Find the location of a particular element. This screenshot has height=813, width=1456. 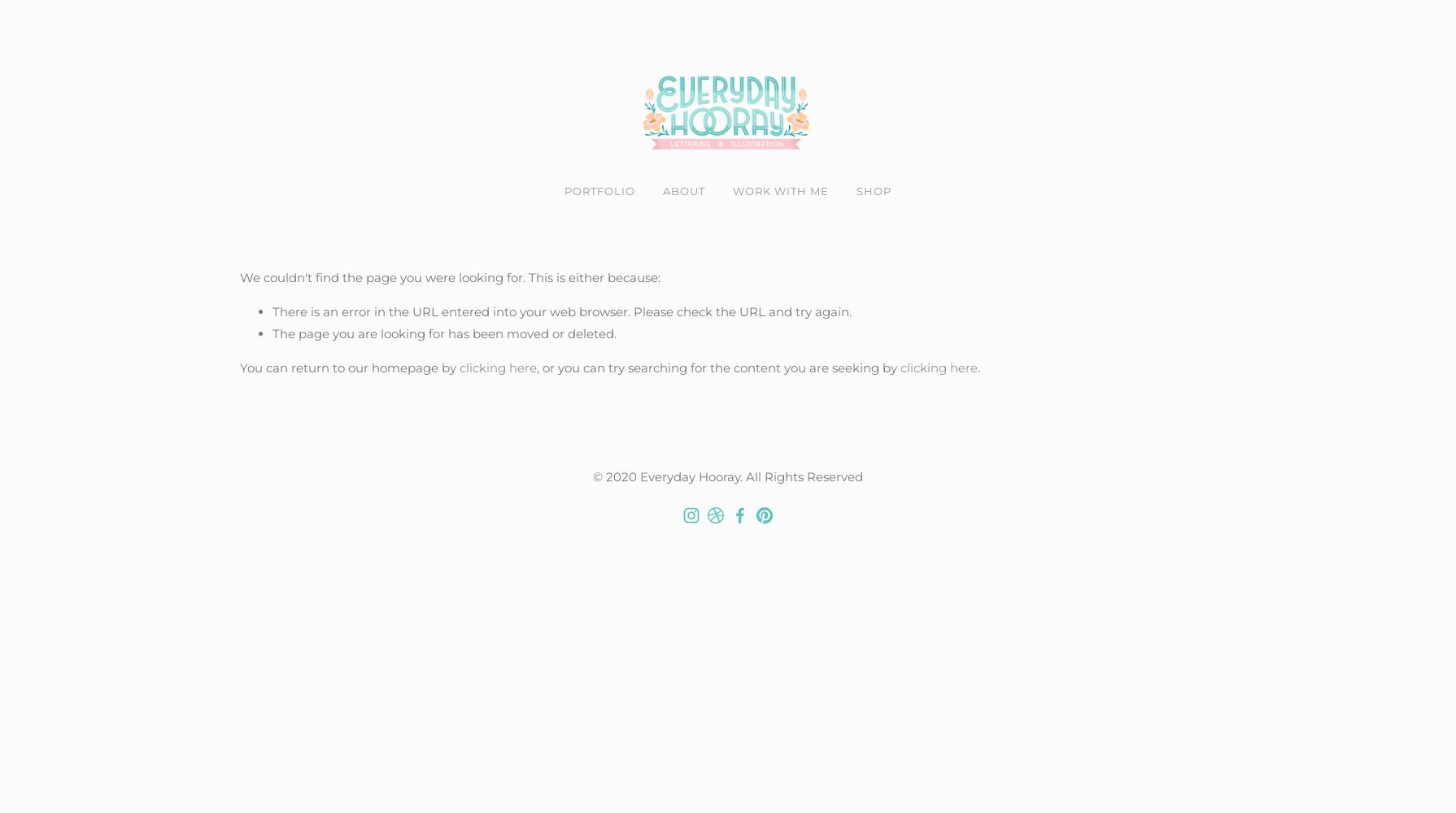

', or you can try searching for the
  content you are seeking by' is located at coordinates (717, 366).